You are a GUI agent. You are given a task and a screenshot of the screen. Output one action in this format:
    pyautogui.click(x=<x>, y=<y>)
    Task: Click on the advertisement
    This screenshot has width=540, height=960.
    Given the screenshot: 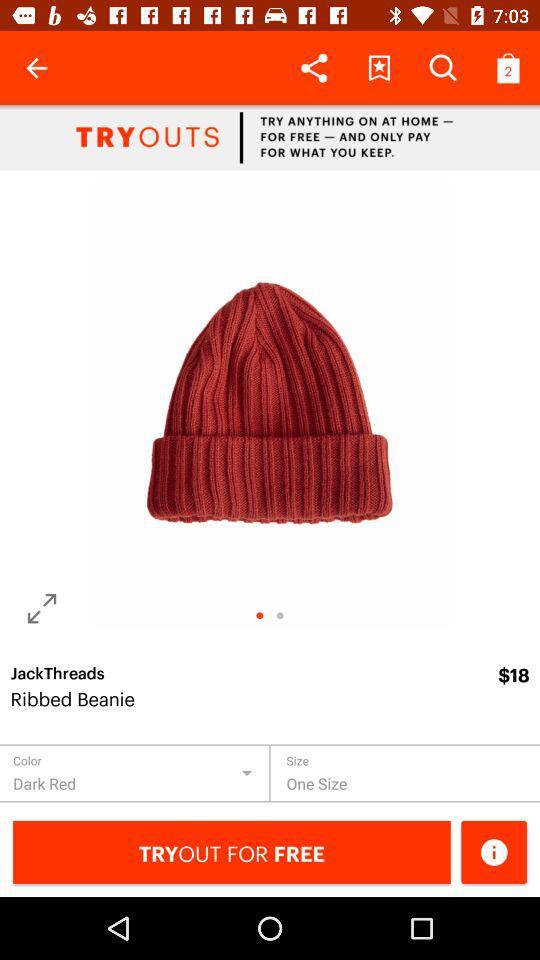 What is the action you would take?
    pyautogui.click(x=270, y=136)
    